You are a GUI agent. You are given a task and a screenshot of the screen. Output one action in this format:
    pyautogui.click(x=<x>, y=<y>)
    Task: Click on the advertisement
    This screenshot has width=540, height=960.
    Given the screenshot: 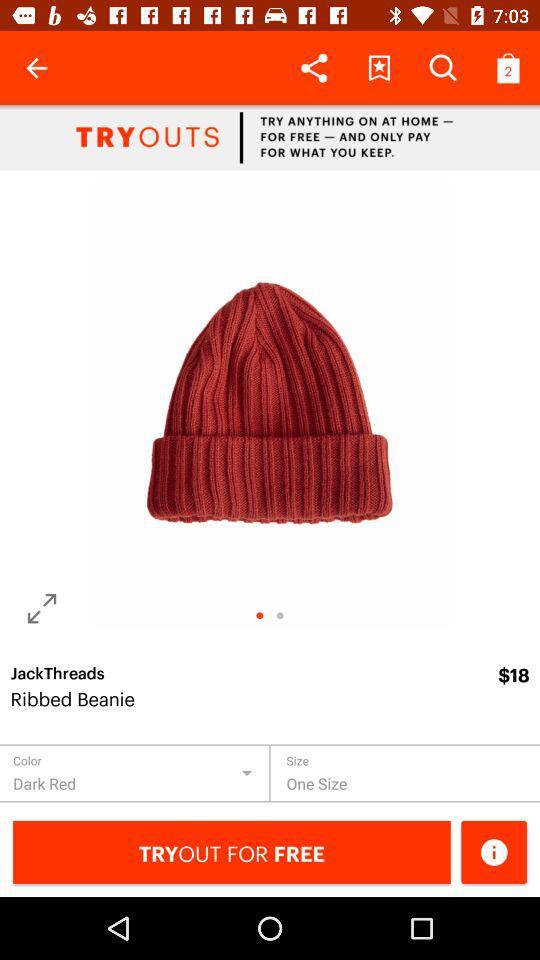 What is the action you would take?
    pyautogui.click(x=270, y=136)
    